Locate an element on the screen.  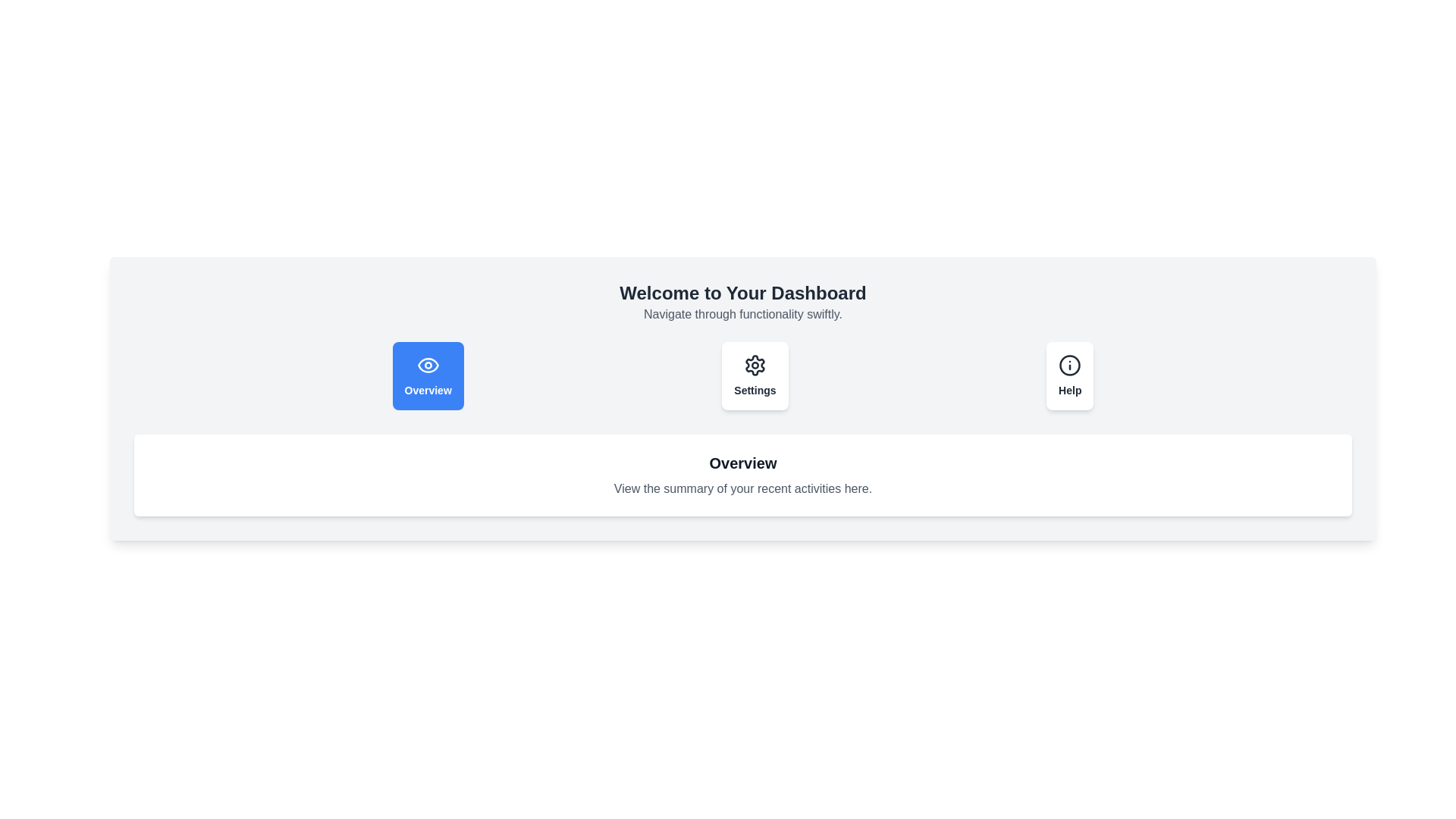
the settings icon, which resembles a gear or cog, located at the center of the 'Settings' card is located at coordinates (755, 366).